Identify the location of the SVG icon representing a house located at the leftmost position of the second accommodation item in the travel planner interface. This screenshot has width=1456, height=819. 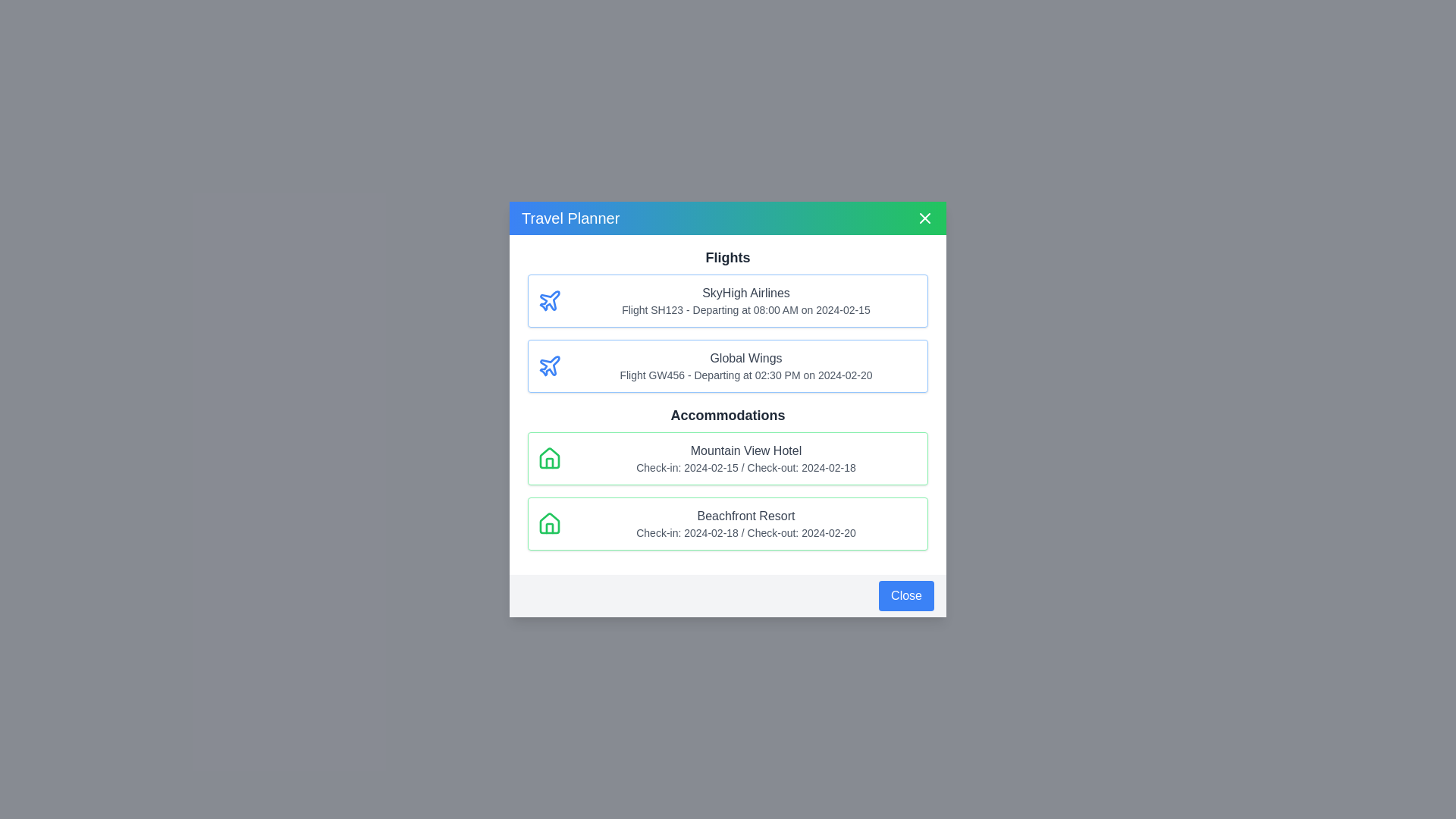
(548, 522).